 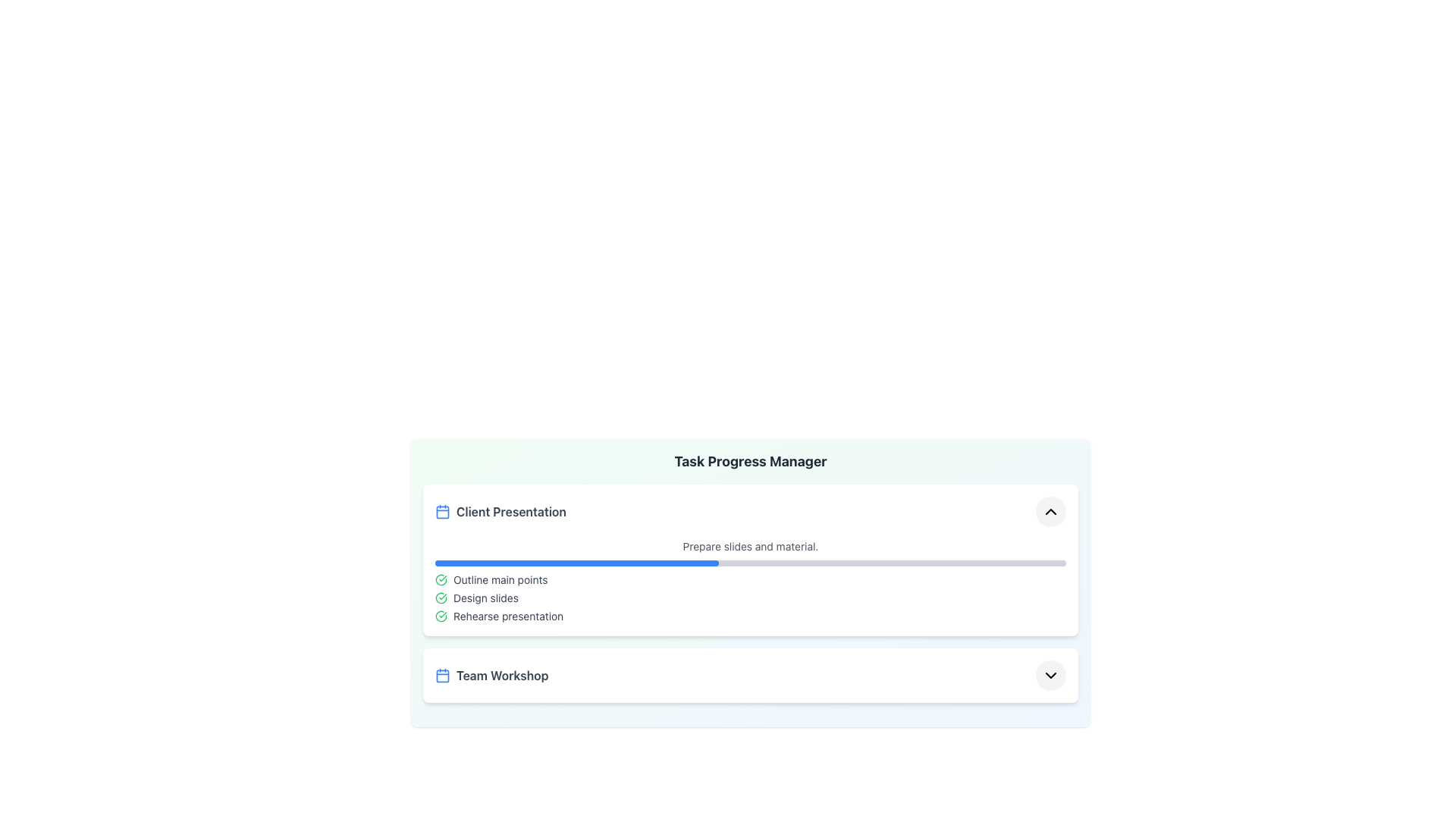 What do you see at coordinates (442, 675) in the screenshot?
I see `the Rectangle SVG graphical element that represents the body of the calendar icon` at bounding box center [442, 675].